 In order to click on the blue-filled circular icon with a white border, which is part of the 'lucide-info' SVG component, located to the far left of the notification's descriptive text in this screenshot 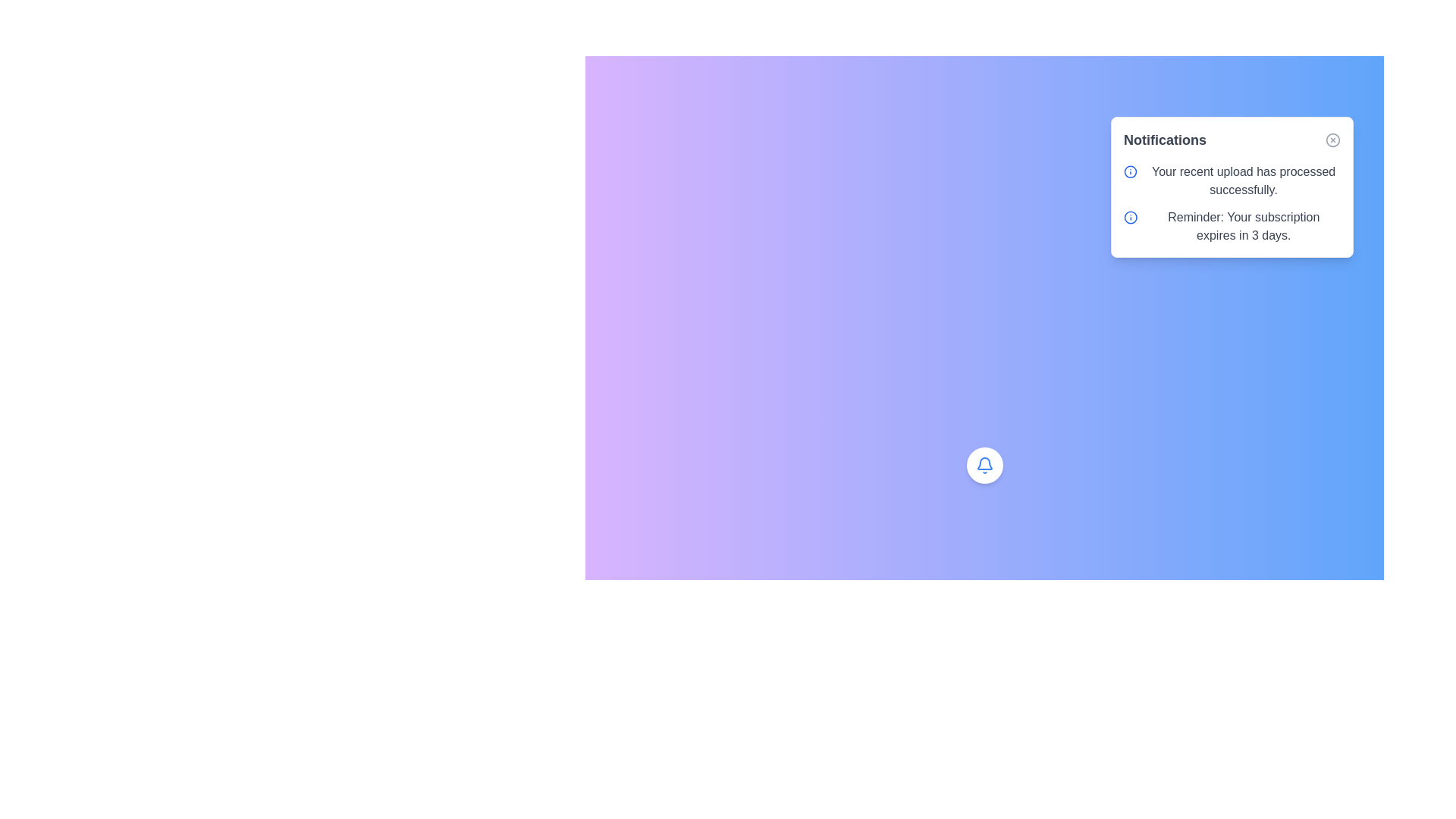, I will do `click(1131, 217)`.